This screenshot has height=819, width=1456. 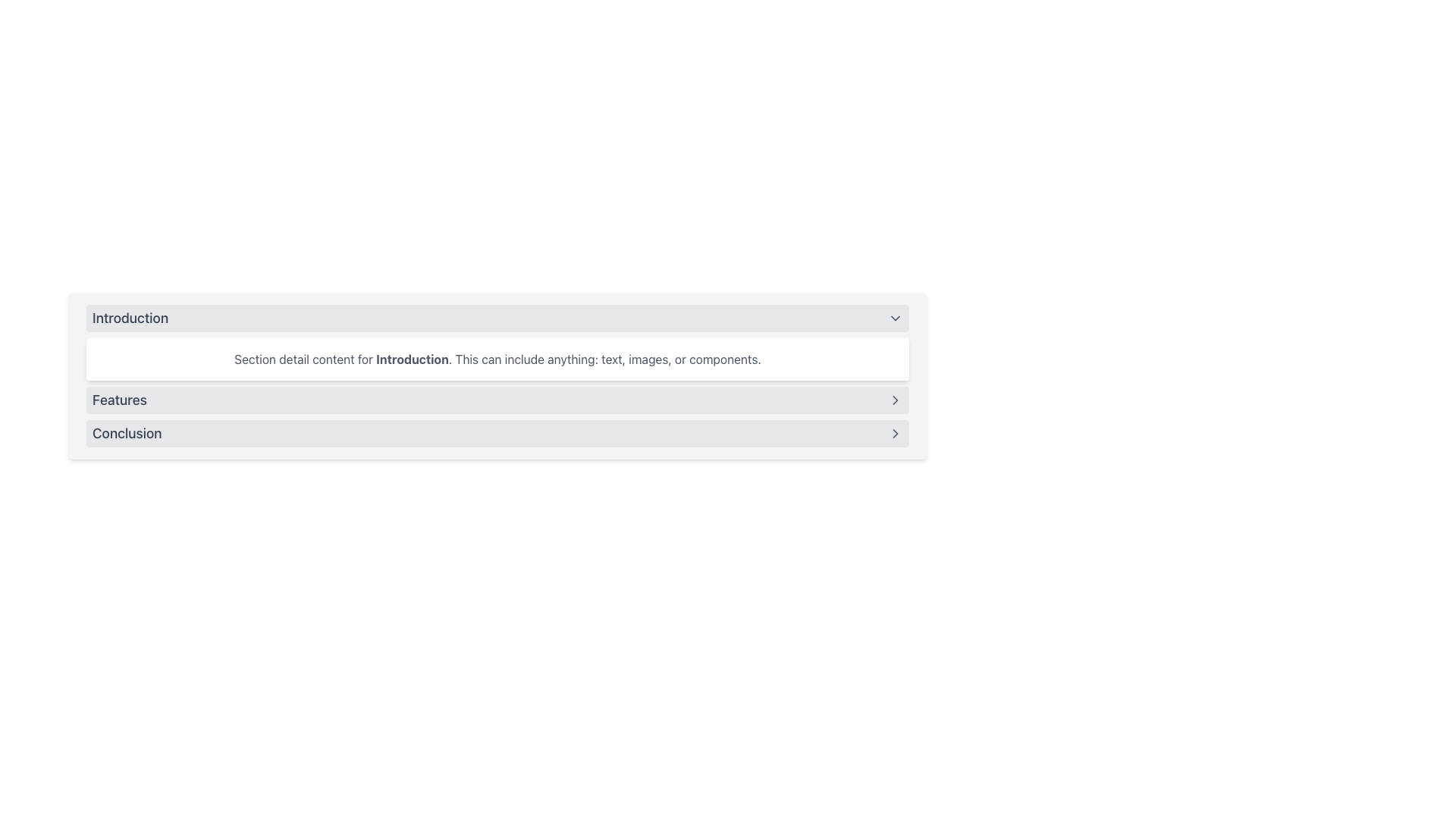 What do you see at coordinates (895, 400) in the screenshot?
I see `the right-facing chevron arrow icon located to the right of the 'Features' section title` at bounding box center [895, 400].